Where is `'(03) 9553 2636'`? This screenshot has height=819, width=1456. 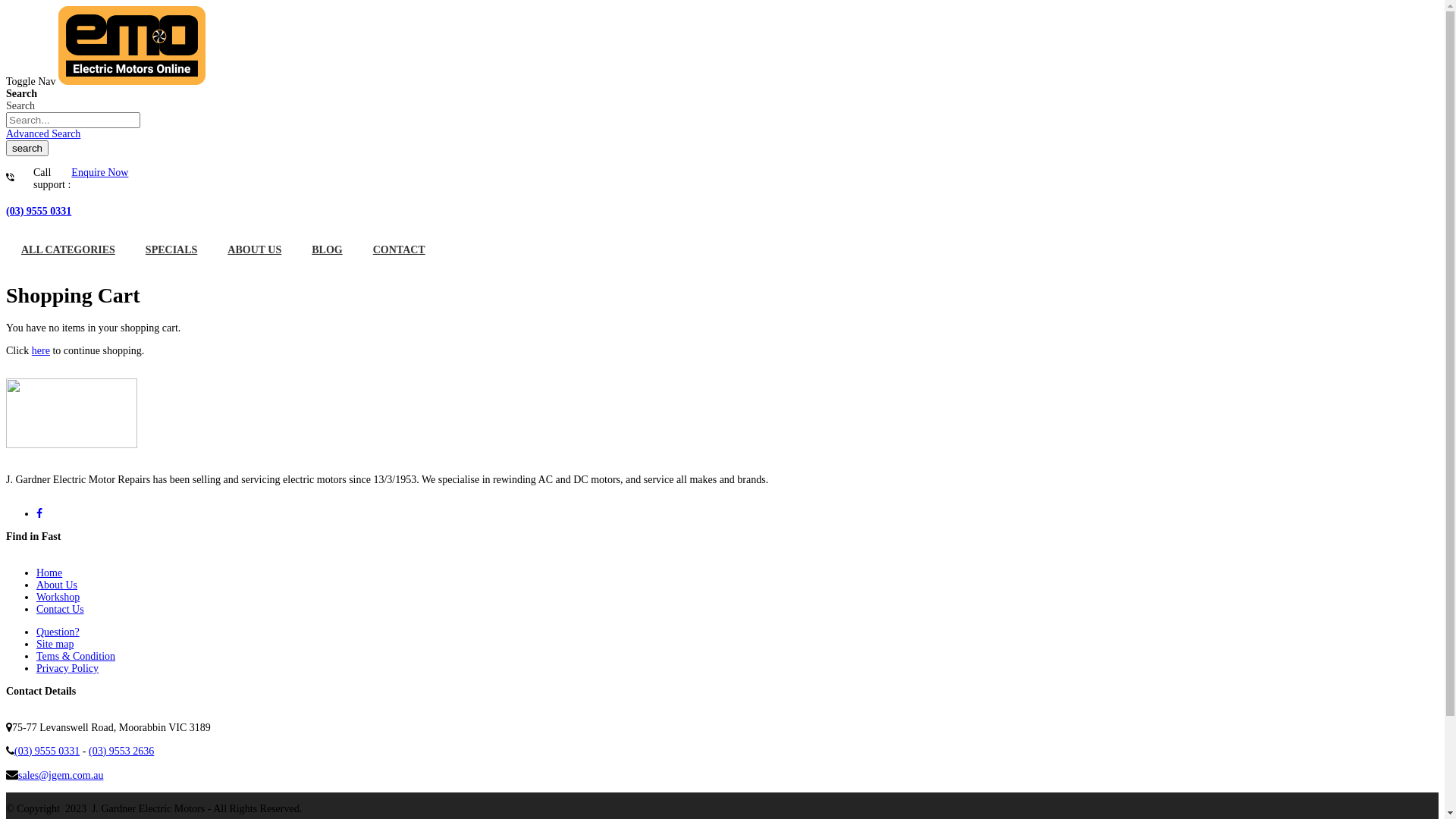 '(03) 9553 2636' is located at coordinates (120, 751).